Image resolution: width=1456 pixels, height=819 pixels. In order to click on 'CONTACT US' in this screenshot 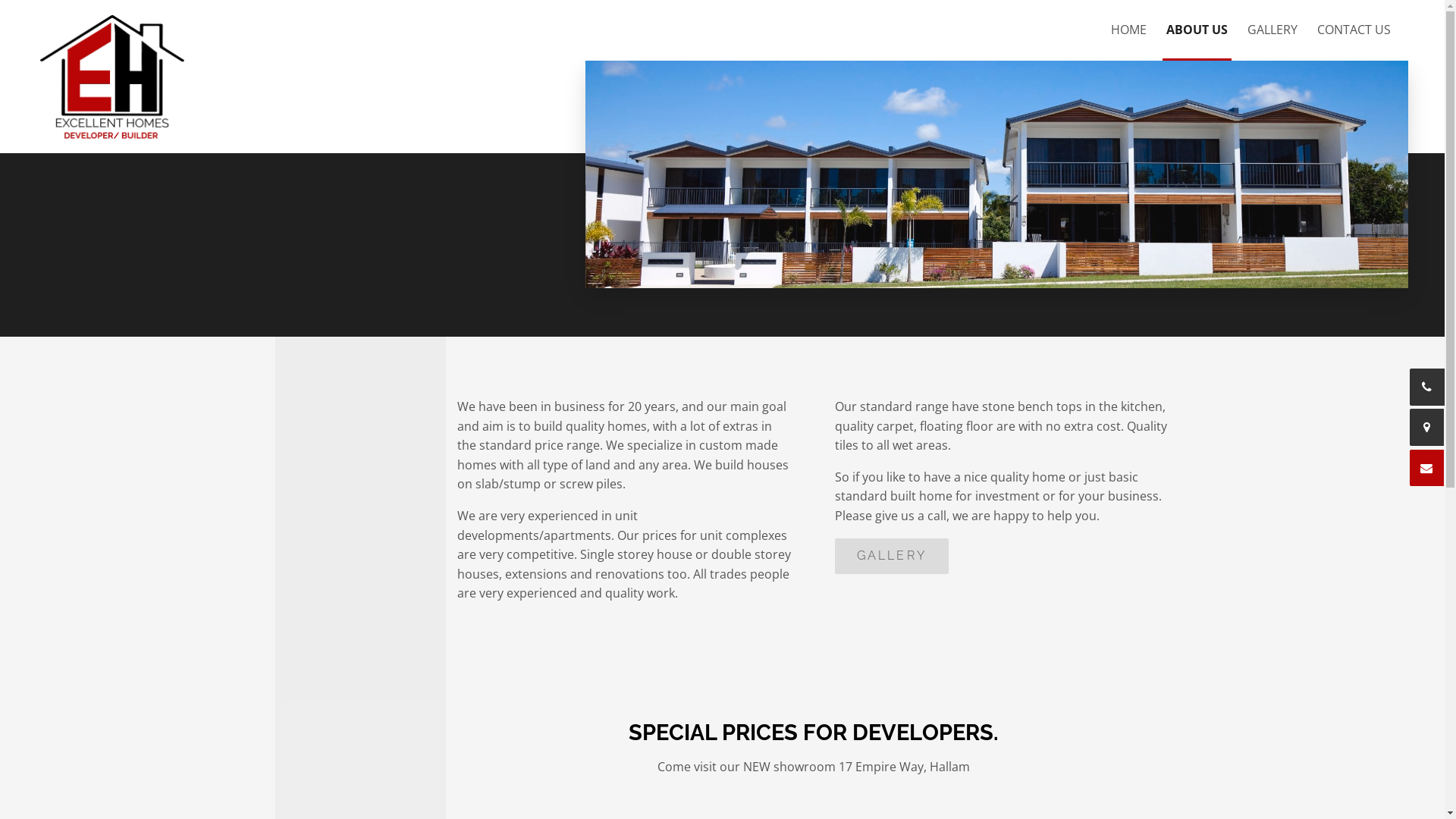, I will do `click(1354, 30)`.